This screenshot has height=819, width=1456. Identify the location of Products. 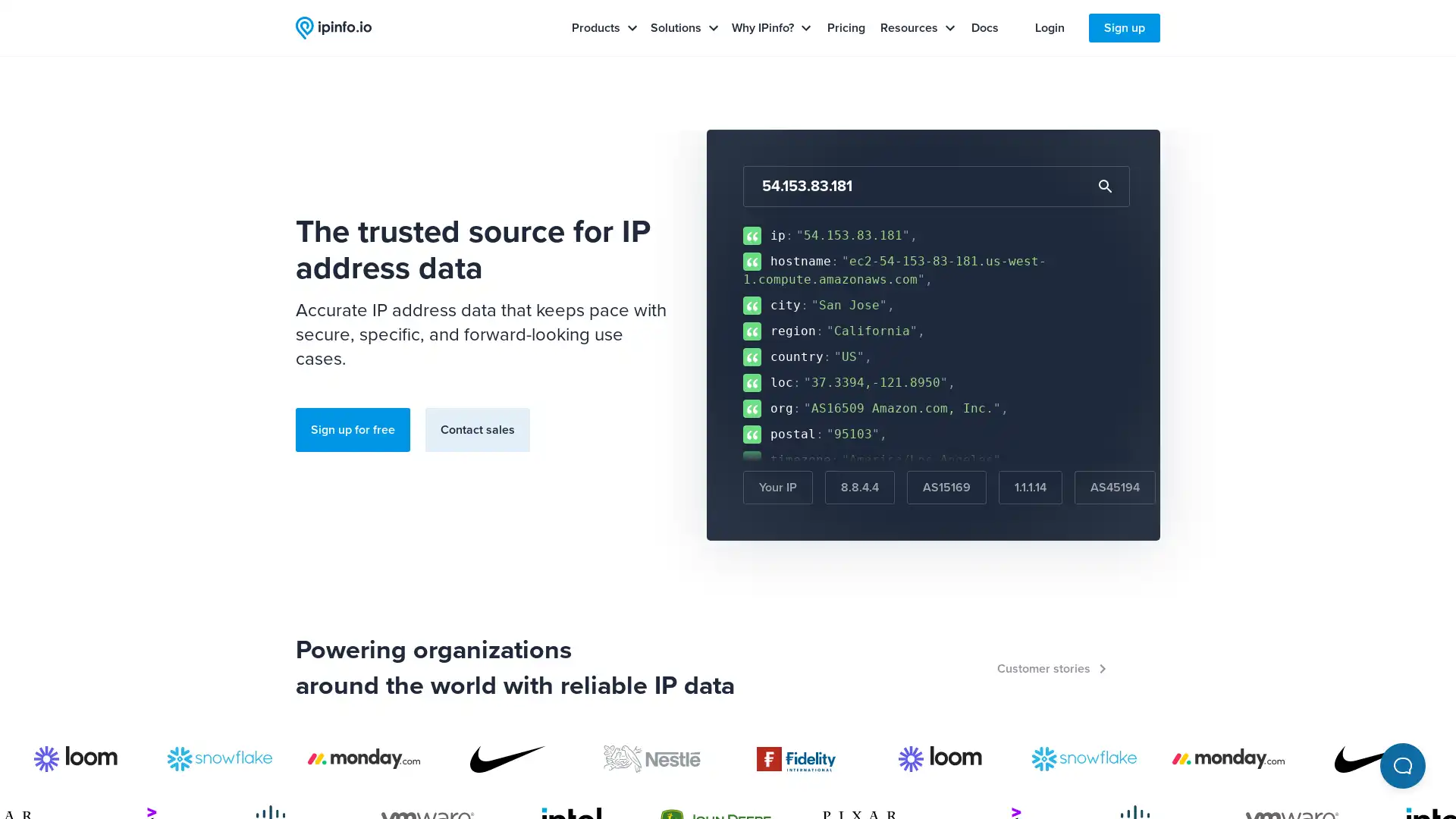
(604, 28).